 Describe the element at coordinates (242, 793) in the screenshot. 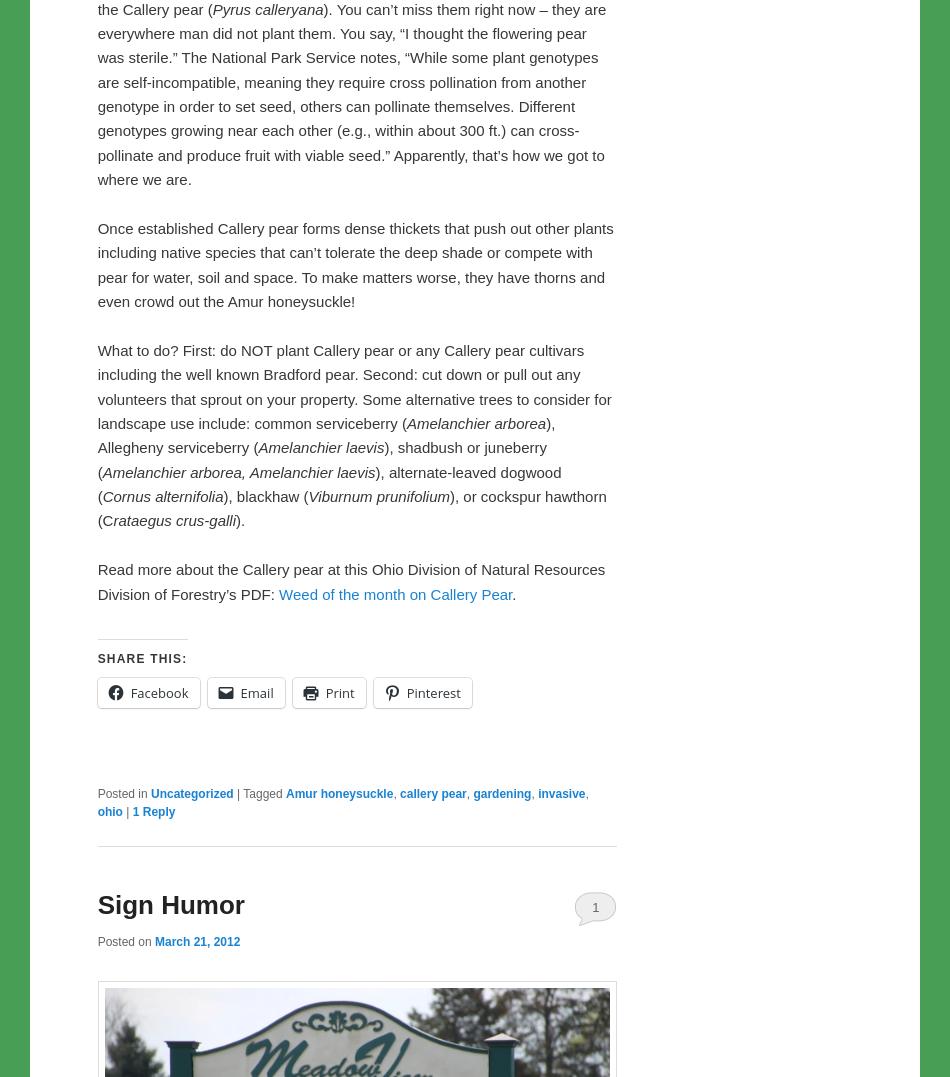

I see `'Tagged'` at that location.